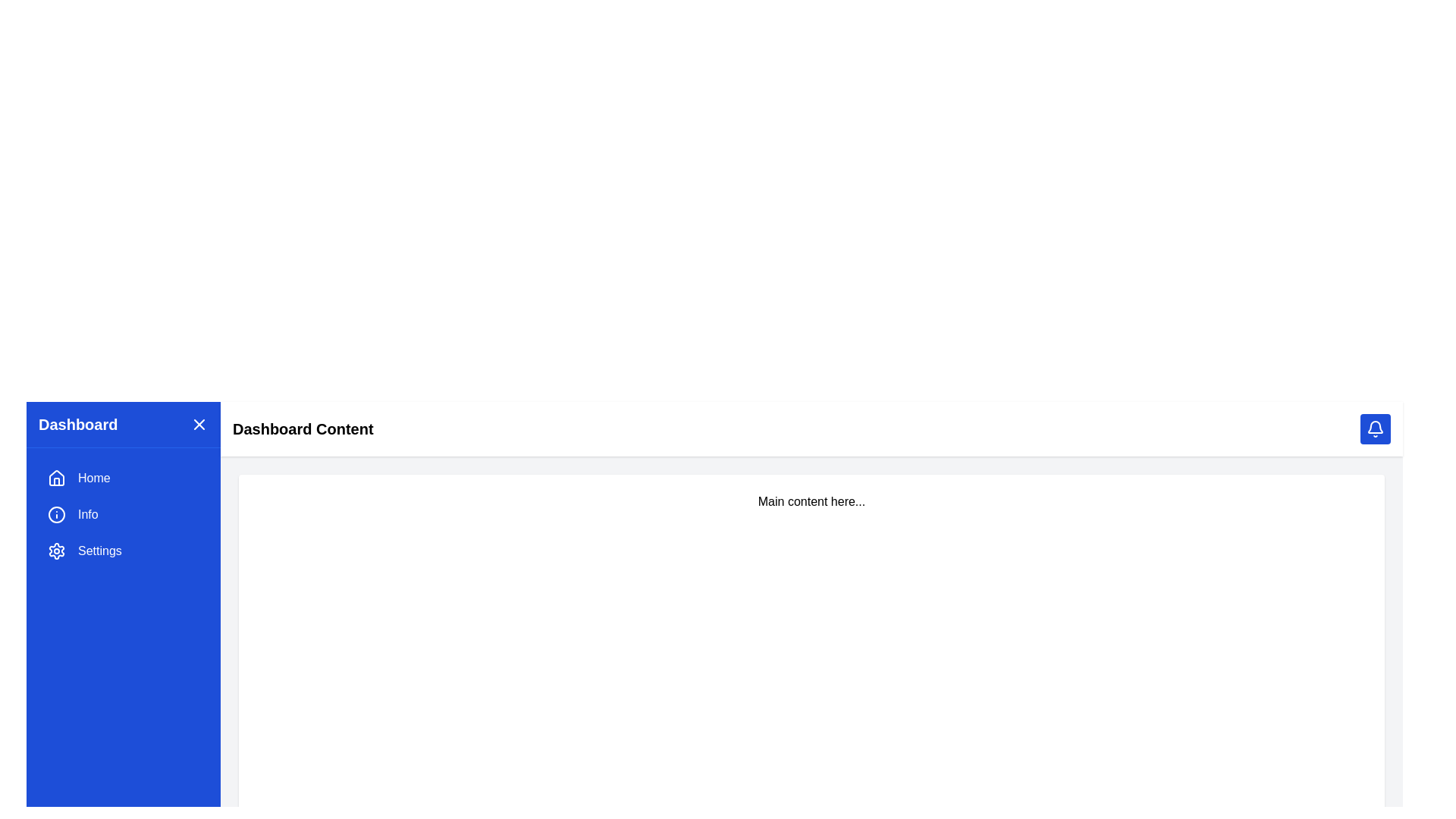  I want to click on the 'Info' text label located in the vertical navigation menu of the left sidebar to focus on it, so click(87, 513).